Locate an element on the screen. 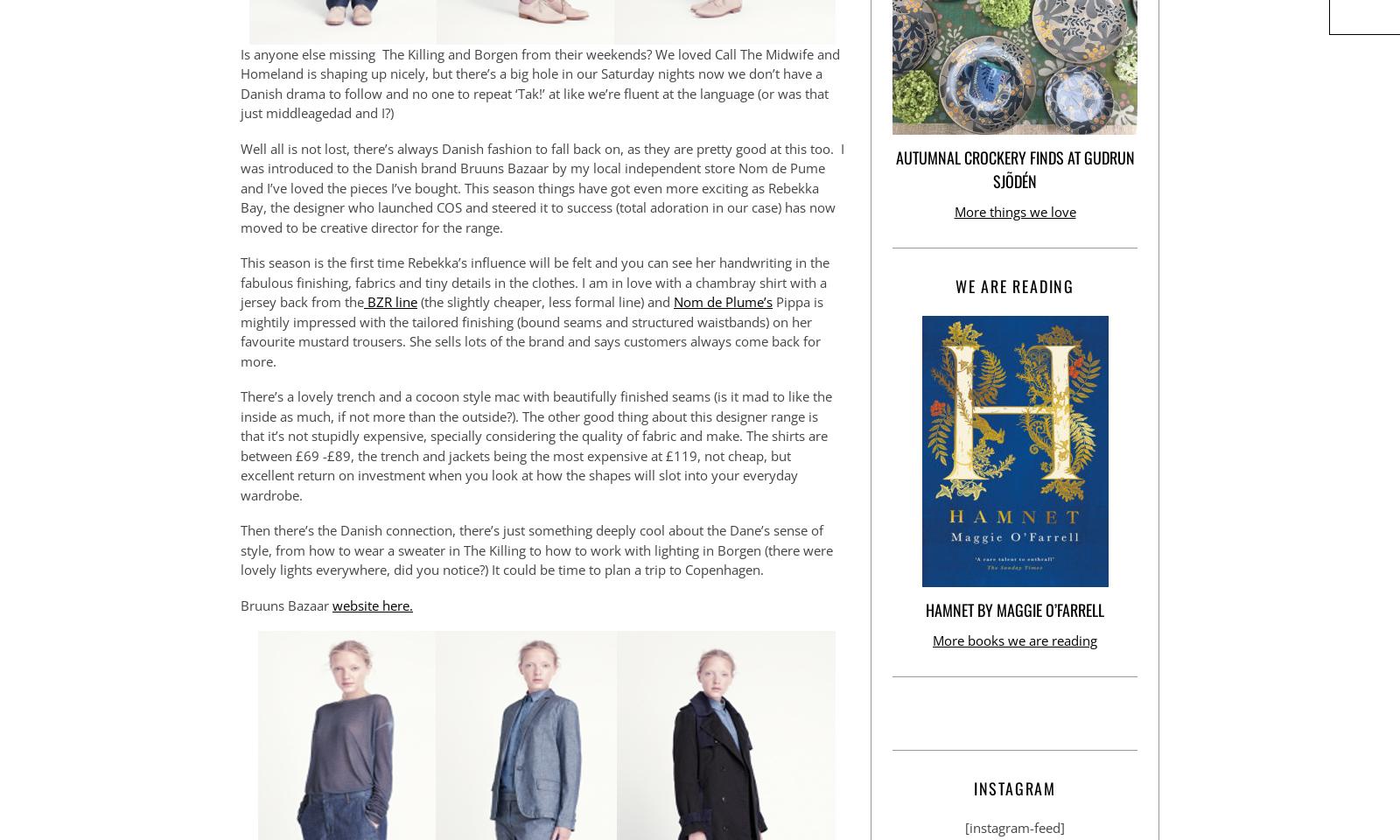 The height and width of the screenshot is (840, 1400). 'BZR line' is located at coordinates (363, 302).